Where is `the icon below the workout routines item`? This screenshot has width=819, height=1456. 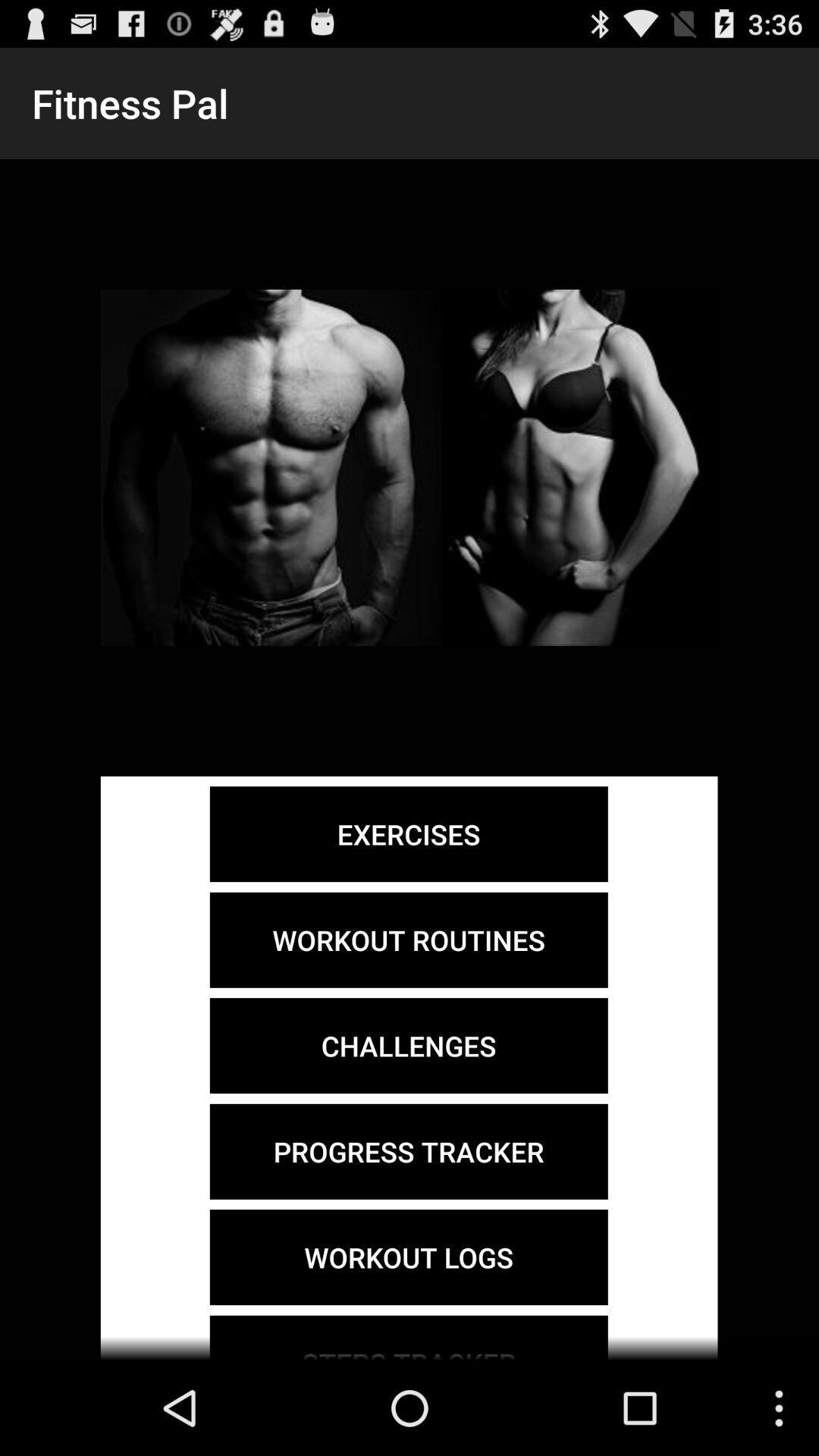
the icon below the workout routines item is located at coordinates (408, 1045).